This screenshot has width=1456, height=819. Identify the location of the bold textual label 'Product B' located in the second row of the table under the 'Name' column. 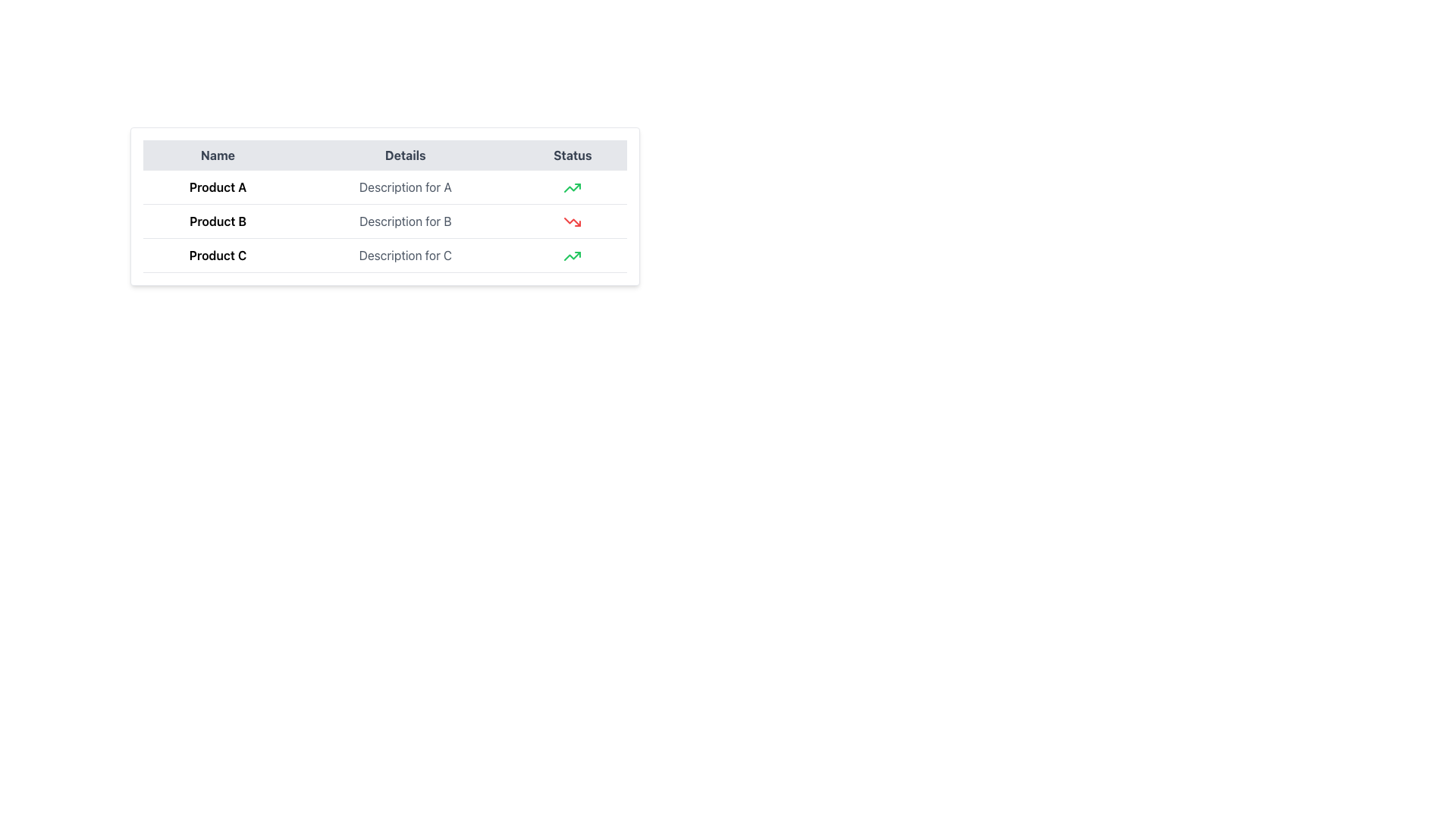
(217, 221).